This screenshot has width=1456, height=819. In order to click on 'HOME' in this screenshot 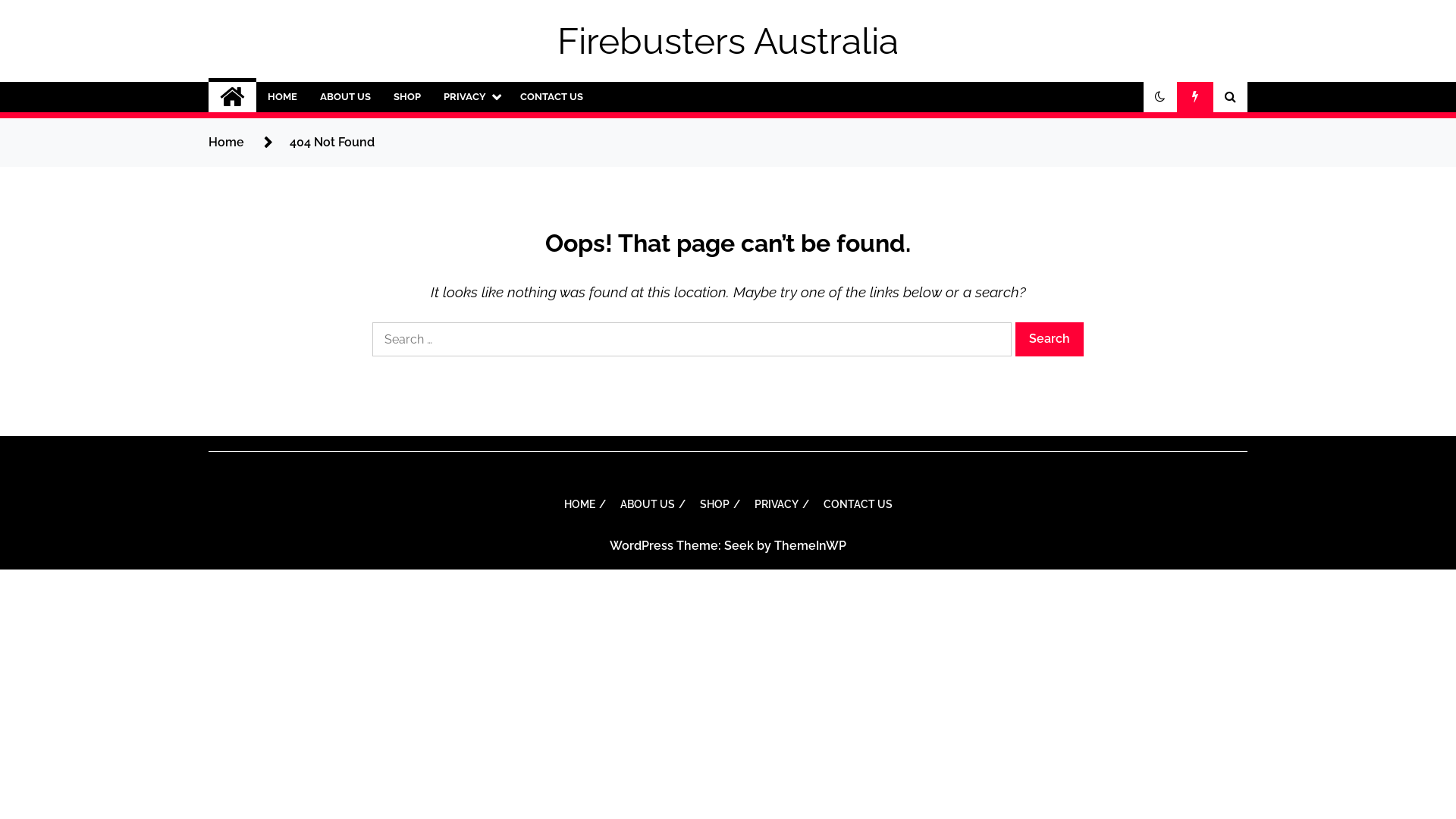, I will do `click(282, 96)`.